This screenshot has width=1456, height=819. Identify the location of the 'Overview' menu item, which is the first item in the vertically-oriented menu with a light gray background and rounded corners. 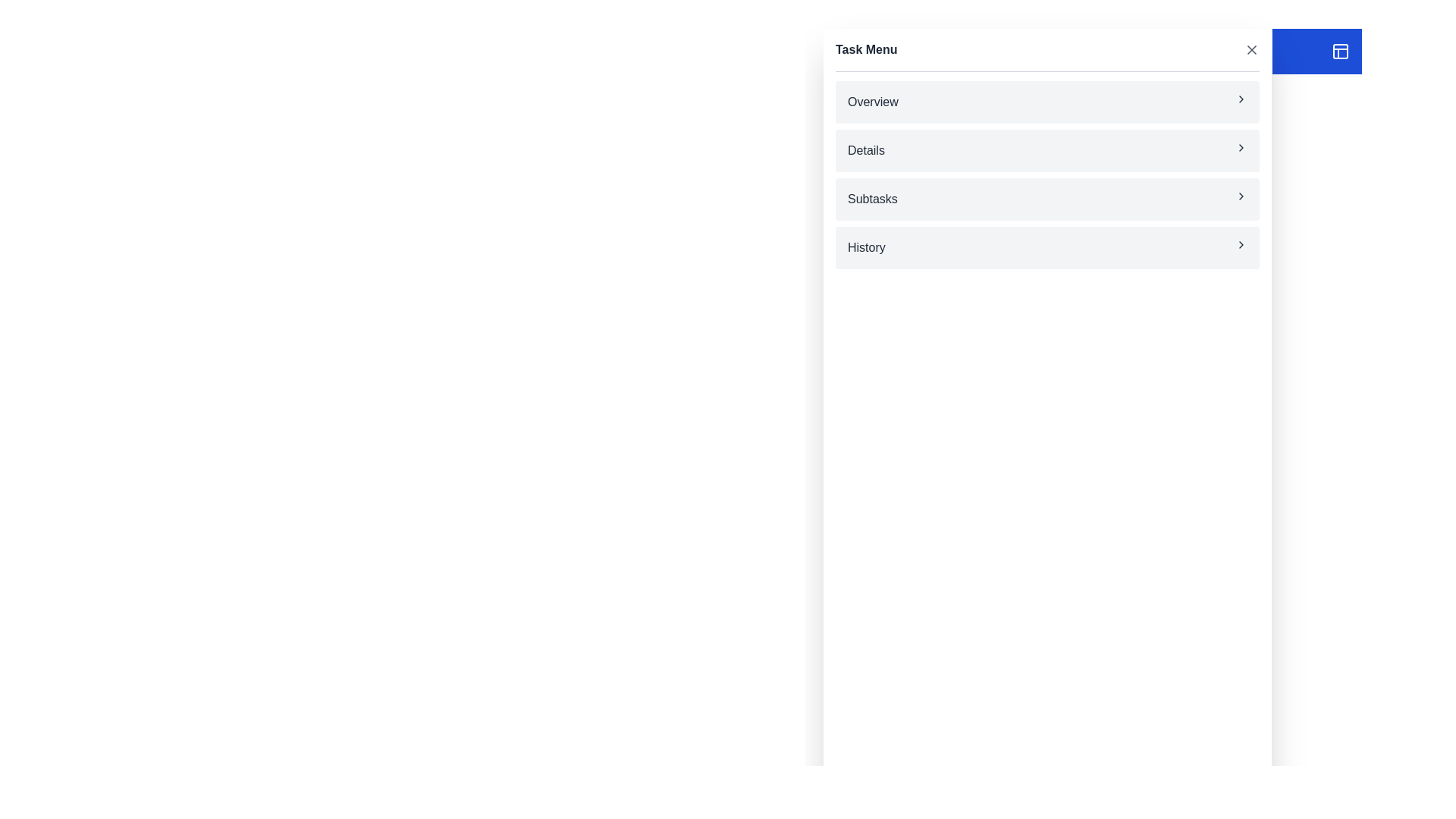
(1046, 102).